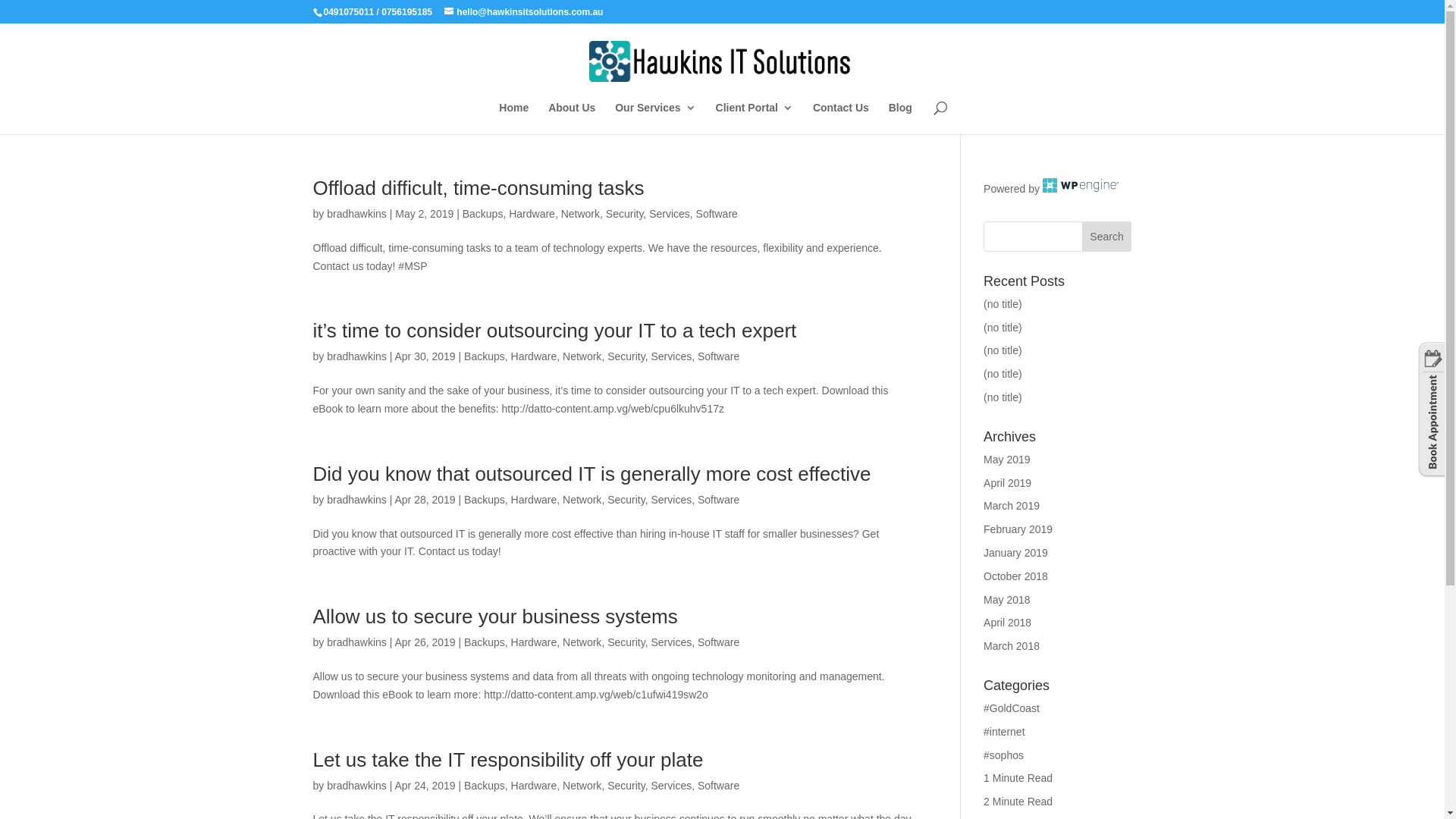 The width and height of the screenshot is (1456, 819). What do you see at coordinates (983, 374) in the screenshot?
I see `'(no title)'` at bounding box center [983, 374].